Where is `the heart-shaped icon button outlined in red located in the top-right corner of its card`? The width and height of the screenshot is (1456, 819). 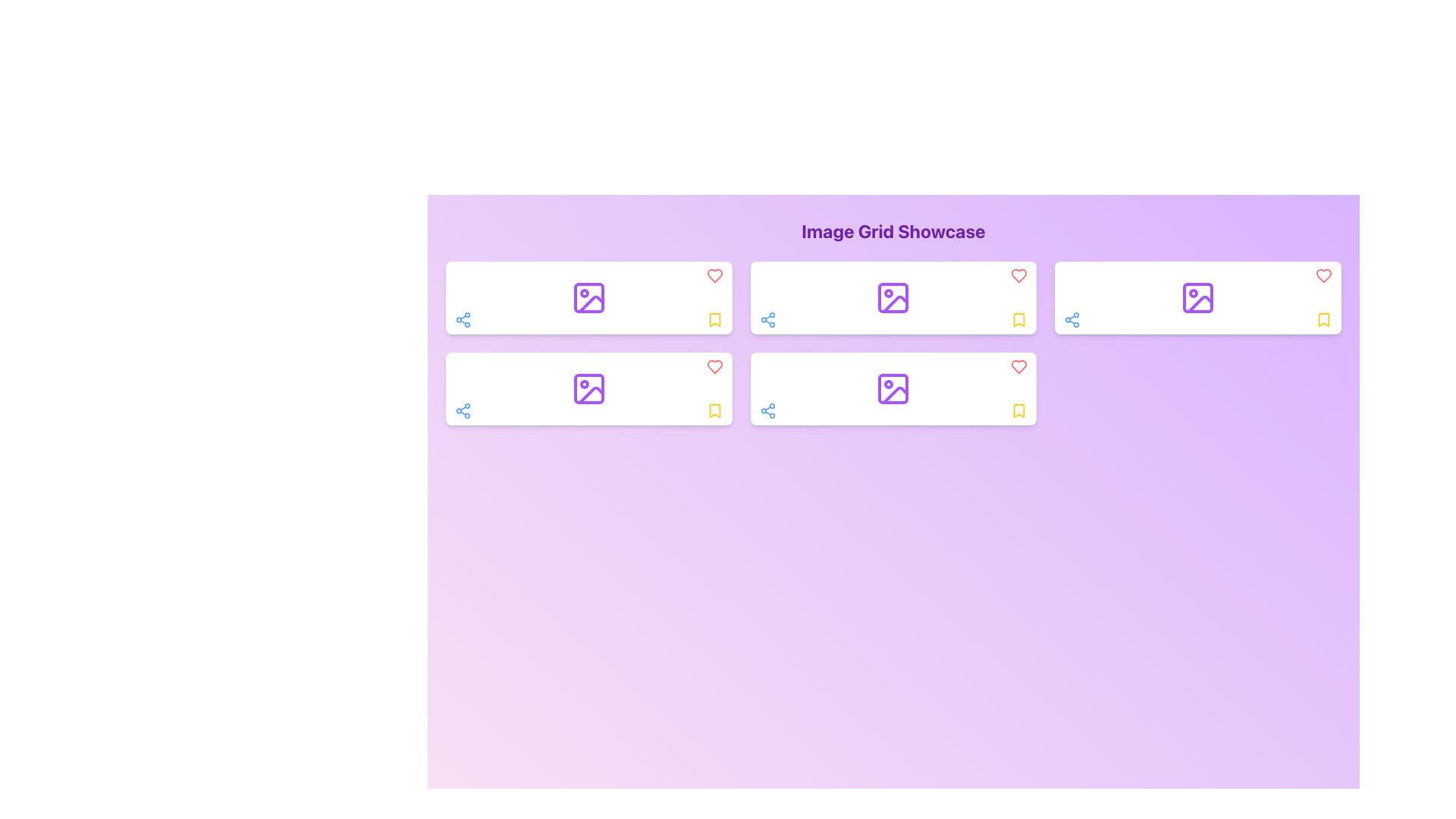 the heart-shaped icon button outlined in red located in the top-right corner of its card is located at coordinates (1019, 366).